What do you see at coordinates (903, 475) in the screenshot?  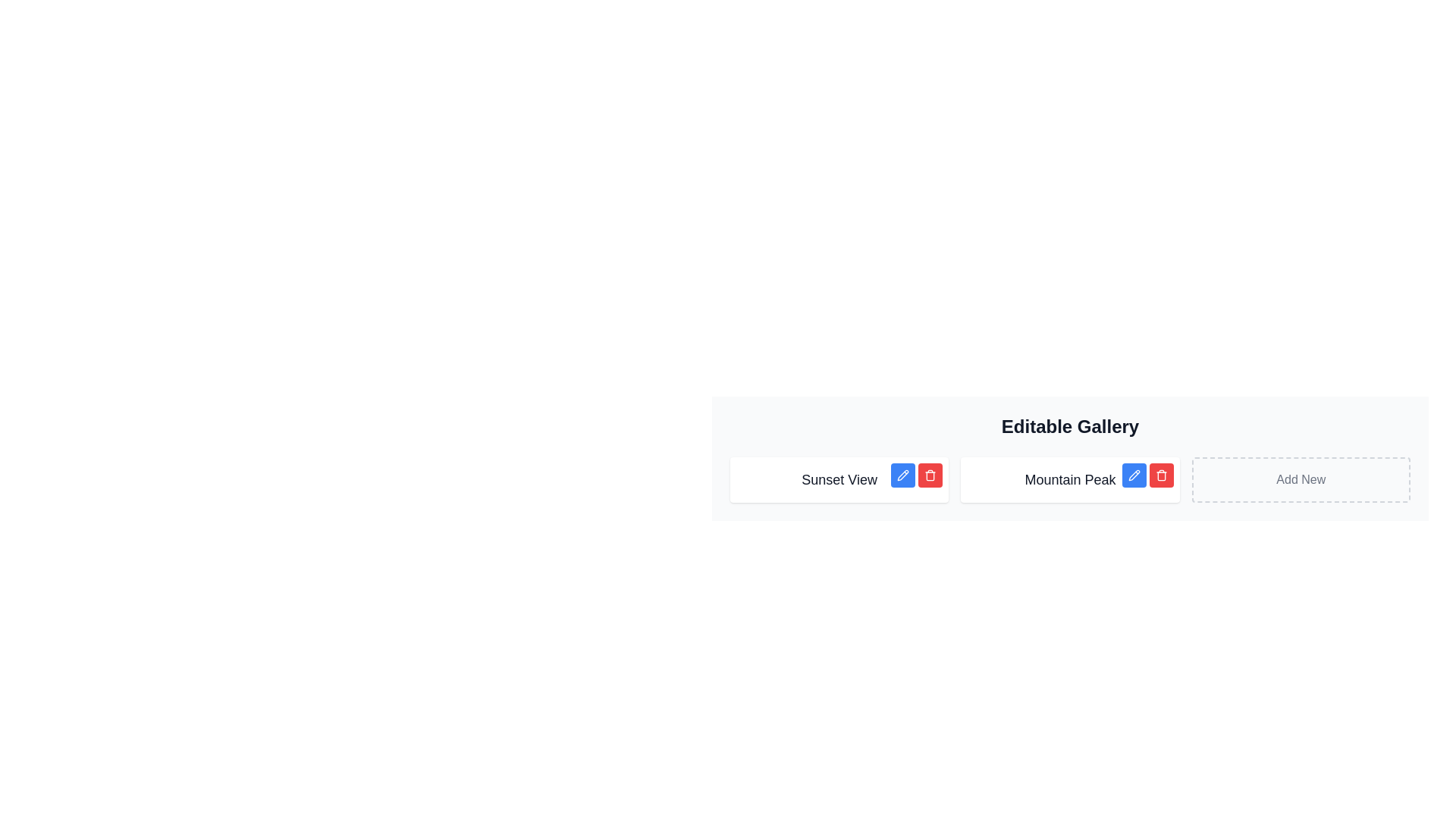 I see `the clickable edit icon associated with the 'Mountain Peak' item` at bounding box center [903, 475].